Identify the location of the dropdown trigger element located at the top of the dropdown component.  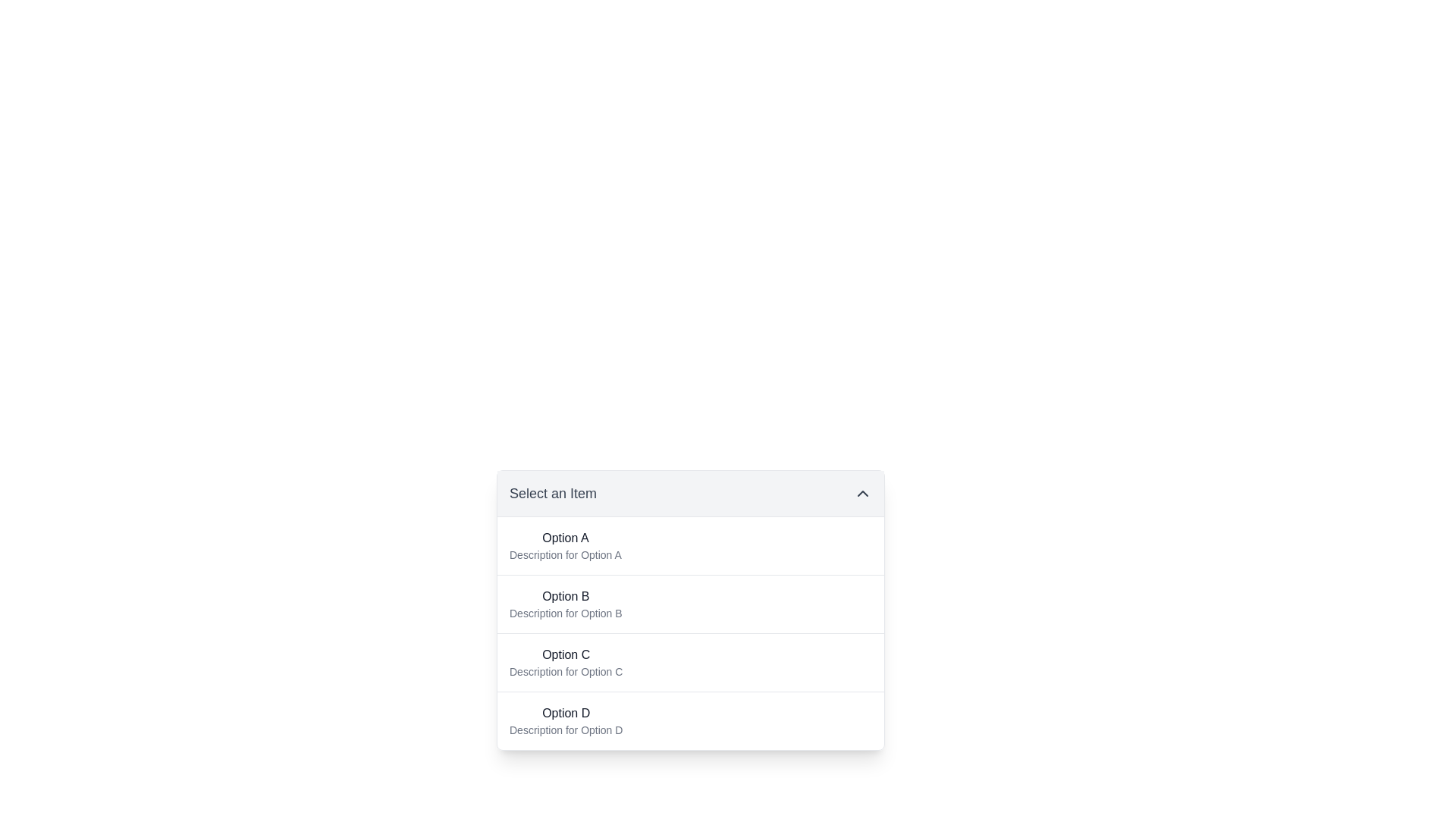
(690, 494).